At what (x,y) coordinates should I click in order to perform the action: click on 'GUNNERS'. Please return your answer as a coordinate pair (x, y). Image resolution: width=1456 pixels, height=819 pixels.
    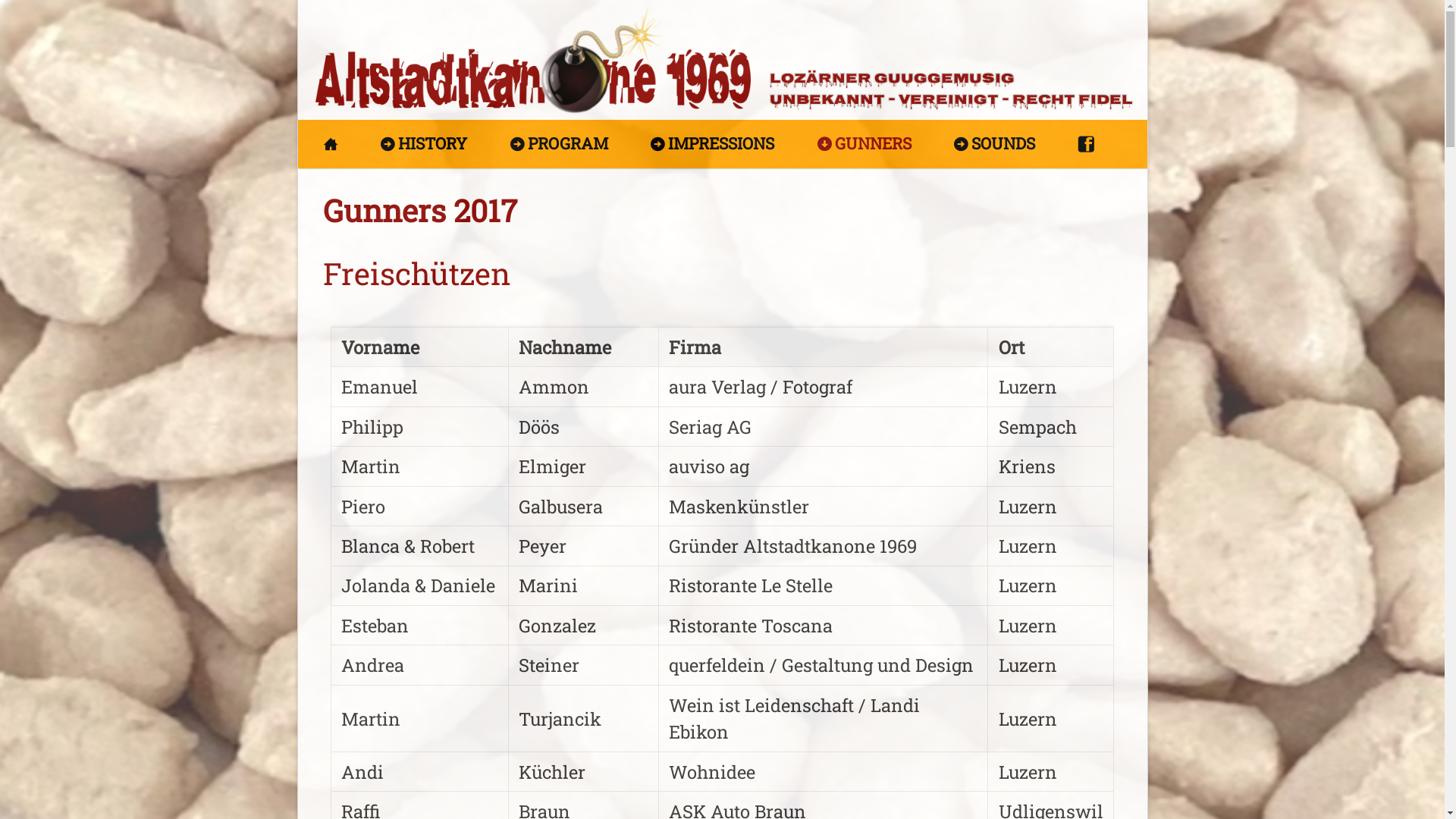
    Looking at the image, I should click on (808, 143).